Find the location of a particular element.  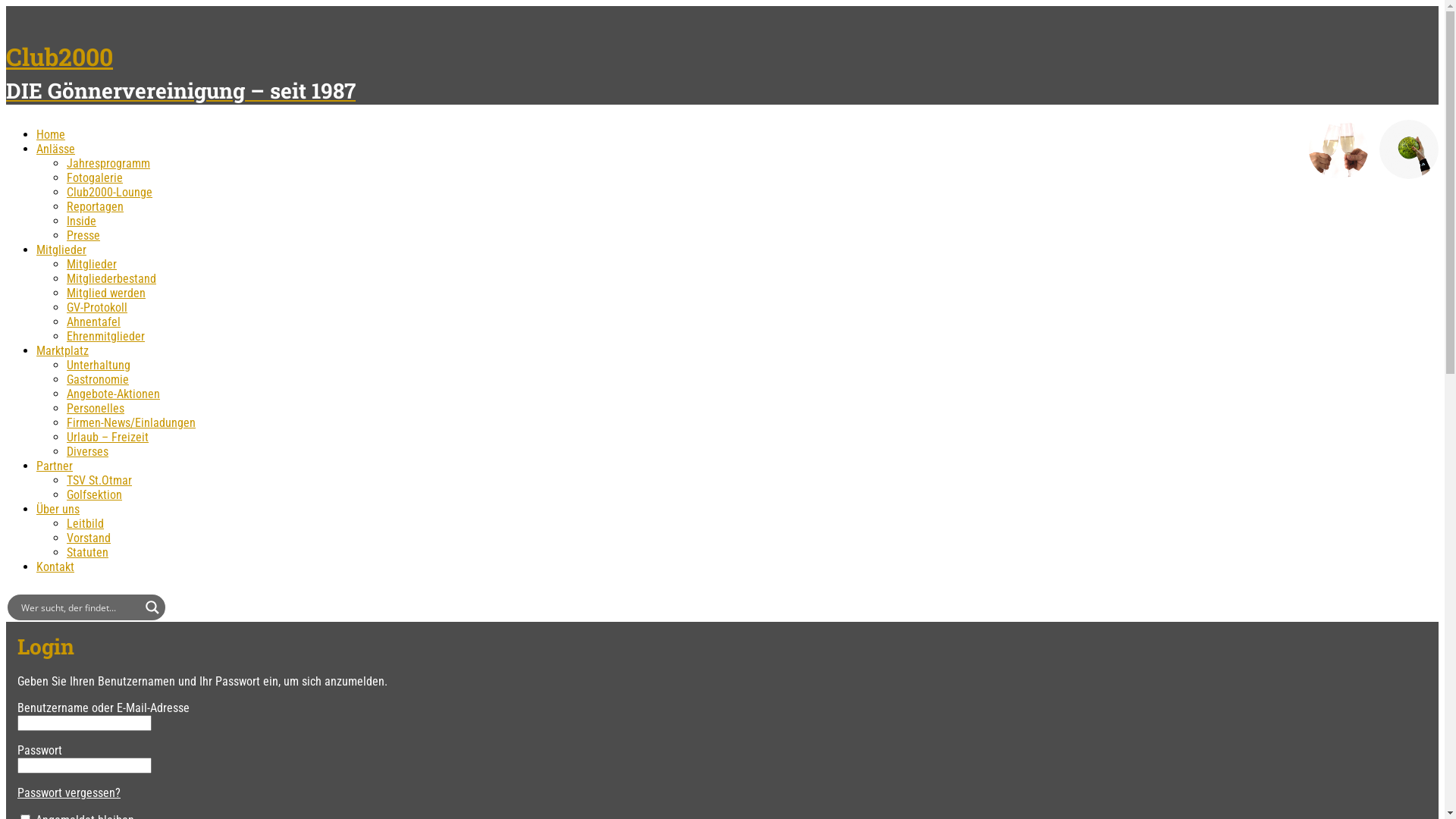

'Club2000-Lounge' is located at coordinates (108, 191).